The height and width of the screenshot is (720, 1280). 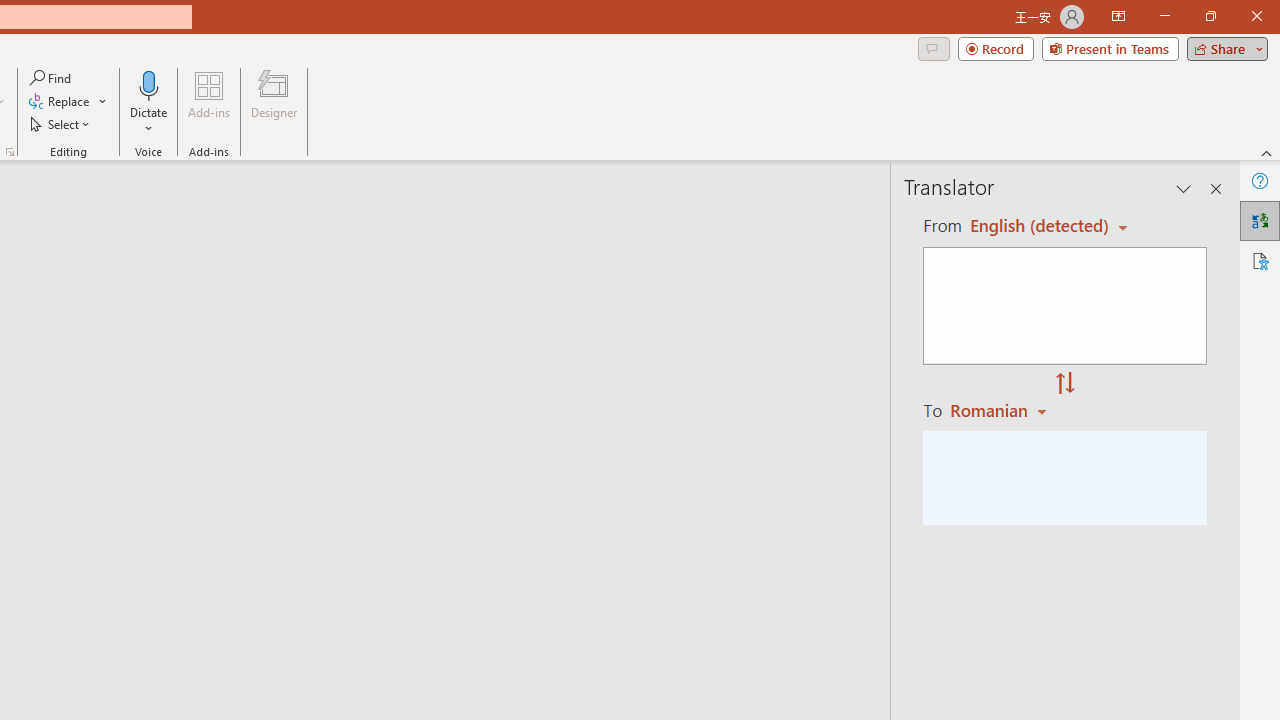 What do you see at coordinates (273, 103) in the screenshot?
I see `'Designer'` at bounding box center [273, 103].